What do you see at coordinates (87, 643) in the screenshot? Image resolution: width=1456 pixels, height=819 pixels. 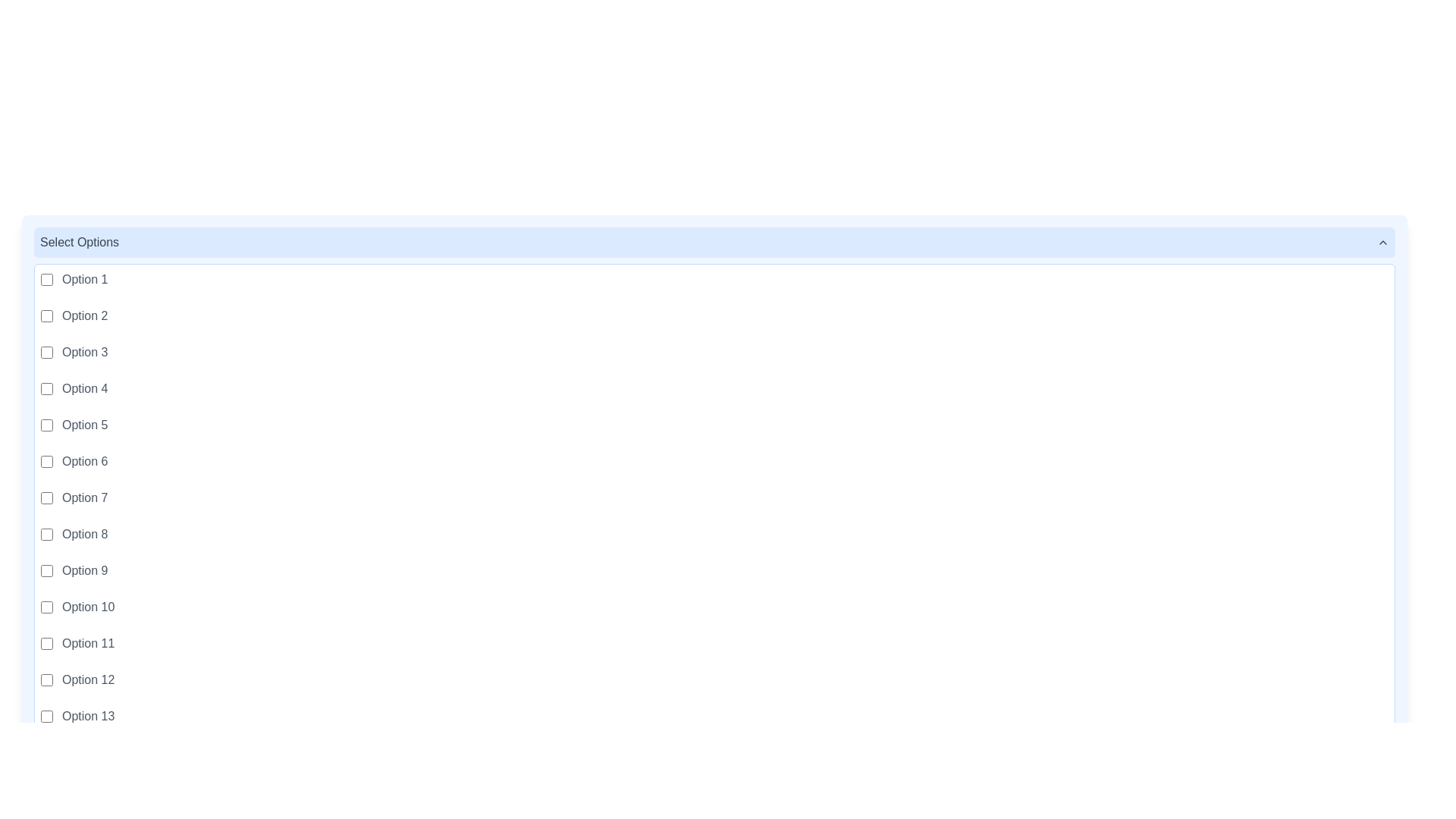 I see `the text label displaying 'Option 11', which is styled in gray and located to the right of a checkbox in a vertical list of options` at bounding box center [87, 643].